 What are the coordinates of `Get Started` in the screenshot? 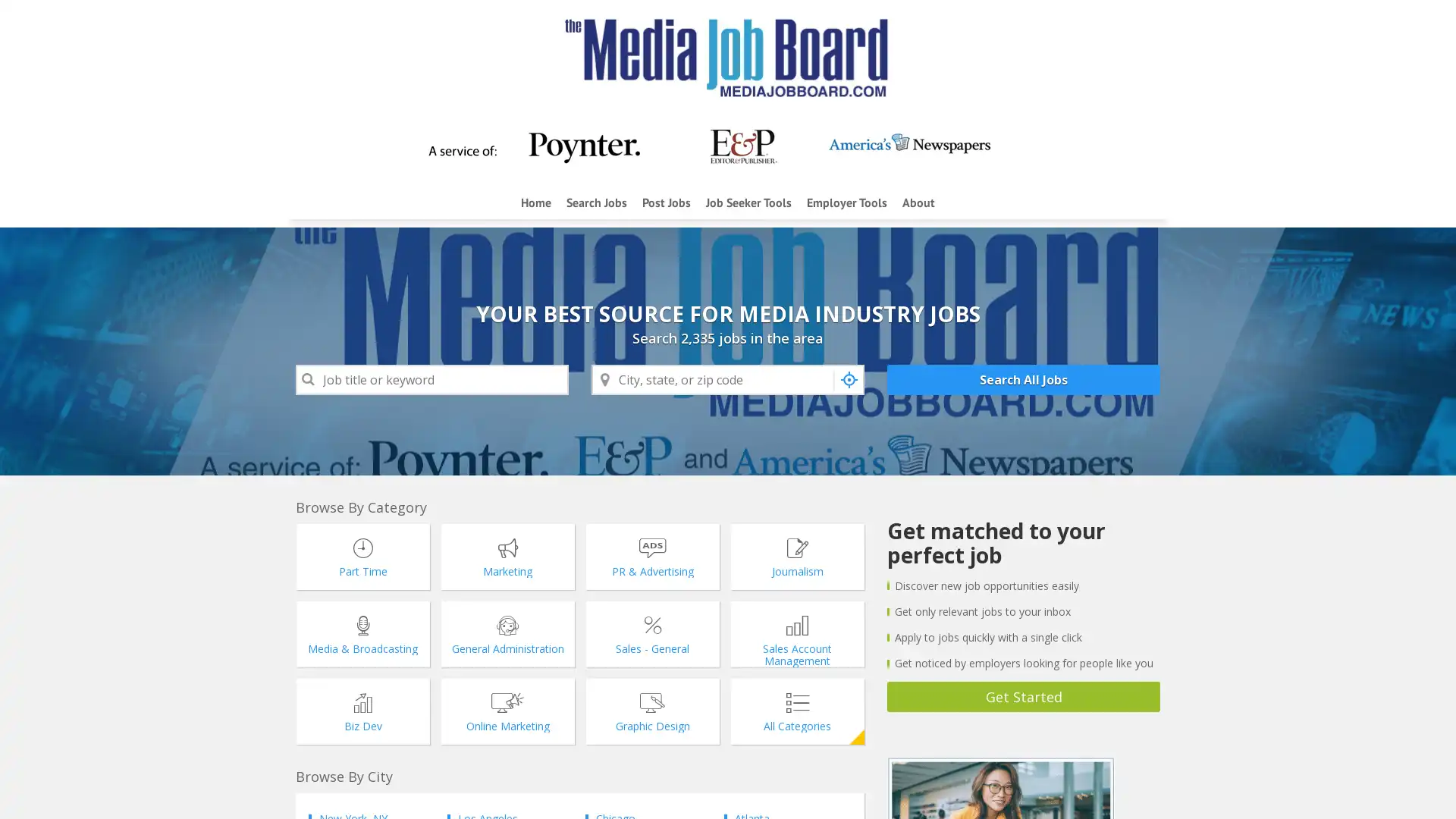 It's located at (1023, 696).